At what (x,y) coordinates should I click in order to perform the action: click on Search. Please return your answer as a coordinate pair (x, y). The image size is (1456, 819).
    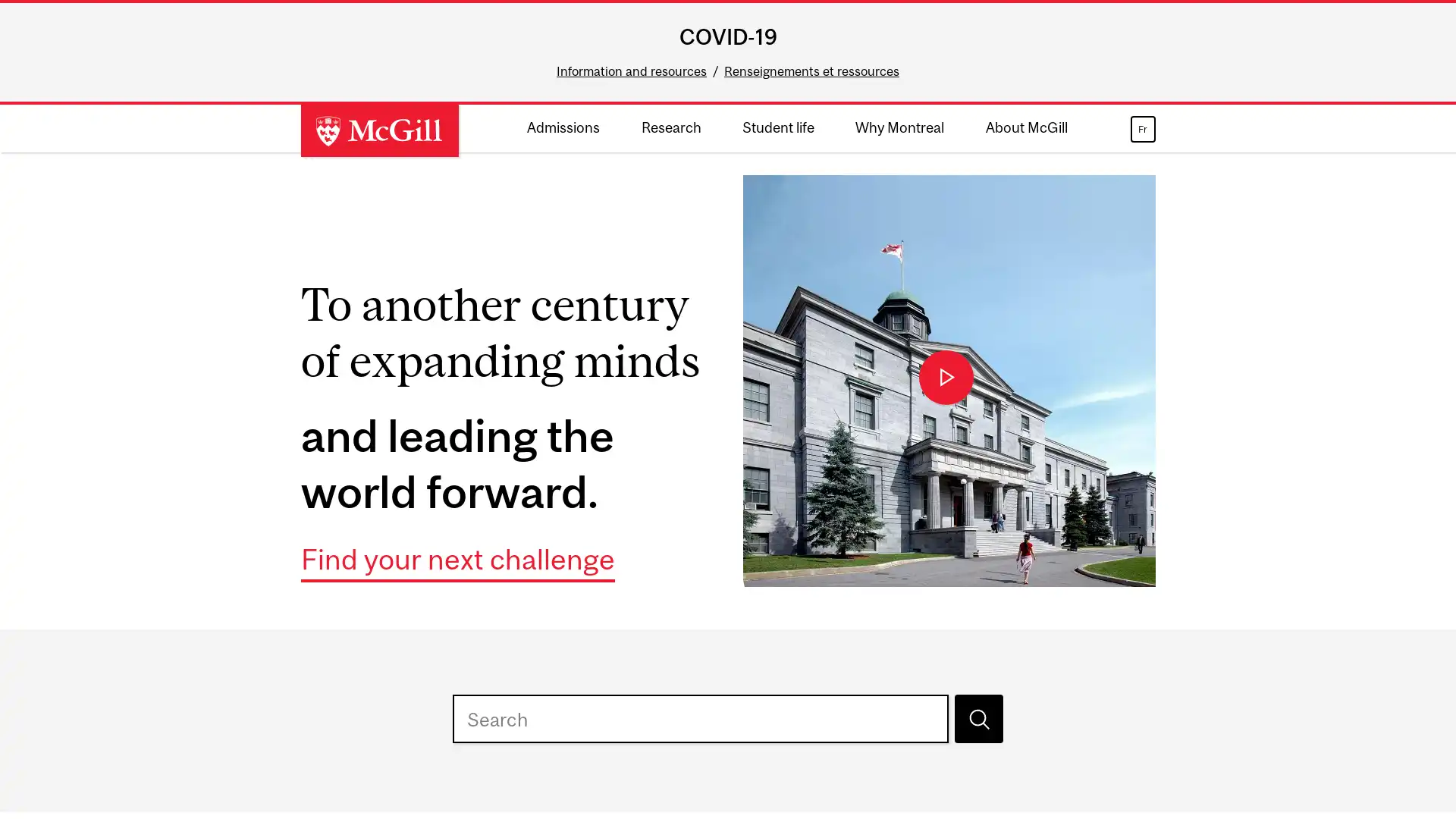
    Looking at the image, I should click on (979, 718).